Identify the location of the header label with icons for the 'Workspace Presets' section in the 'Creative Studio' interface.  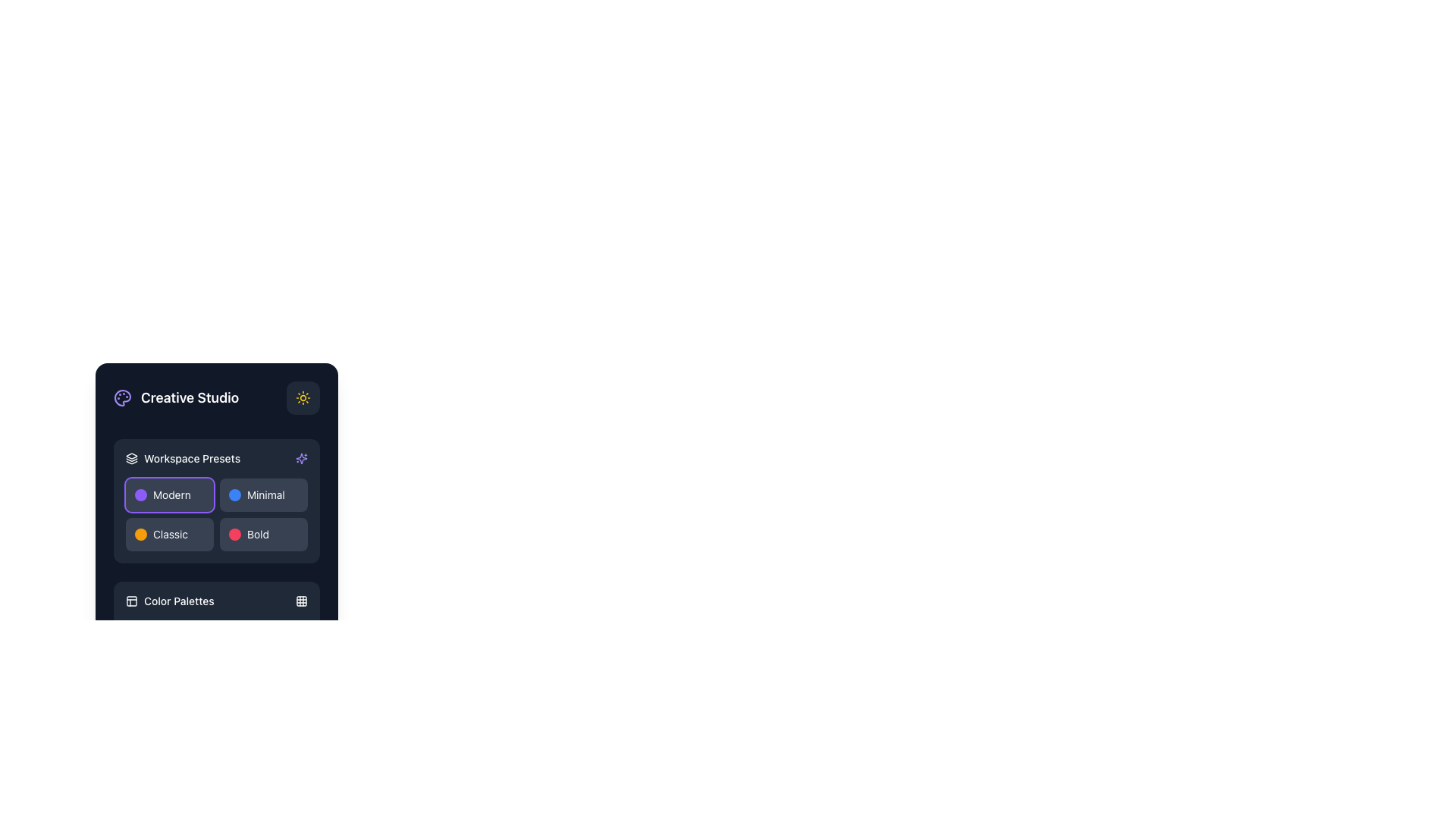
(216, 458).